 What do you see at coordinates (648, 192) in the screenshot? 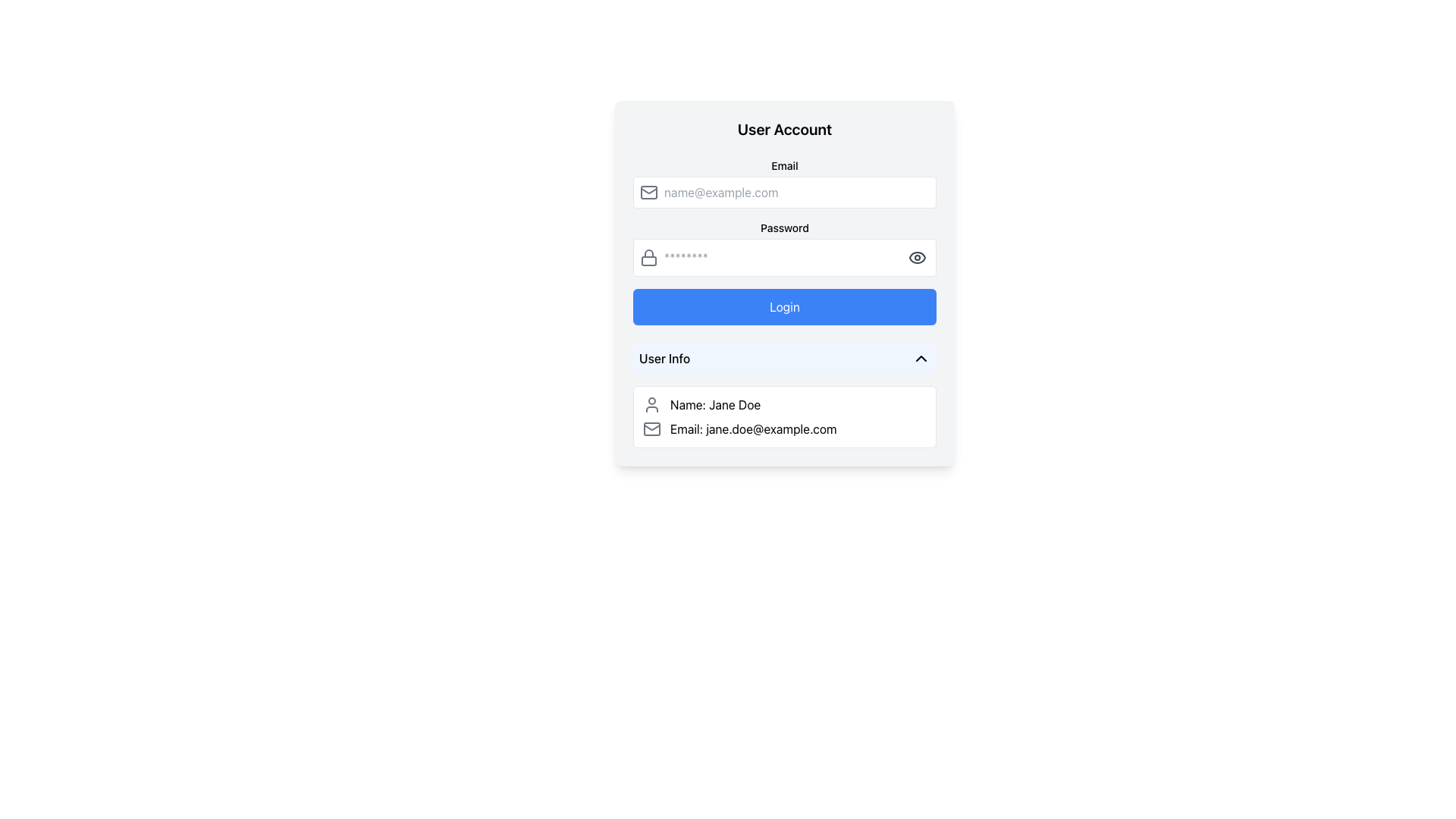
I see `the gray minimalistic envelope icon located to the left of the email input field, adjacent to the placeholder text 'name@example.com'` at bounding box center [648, 192].